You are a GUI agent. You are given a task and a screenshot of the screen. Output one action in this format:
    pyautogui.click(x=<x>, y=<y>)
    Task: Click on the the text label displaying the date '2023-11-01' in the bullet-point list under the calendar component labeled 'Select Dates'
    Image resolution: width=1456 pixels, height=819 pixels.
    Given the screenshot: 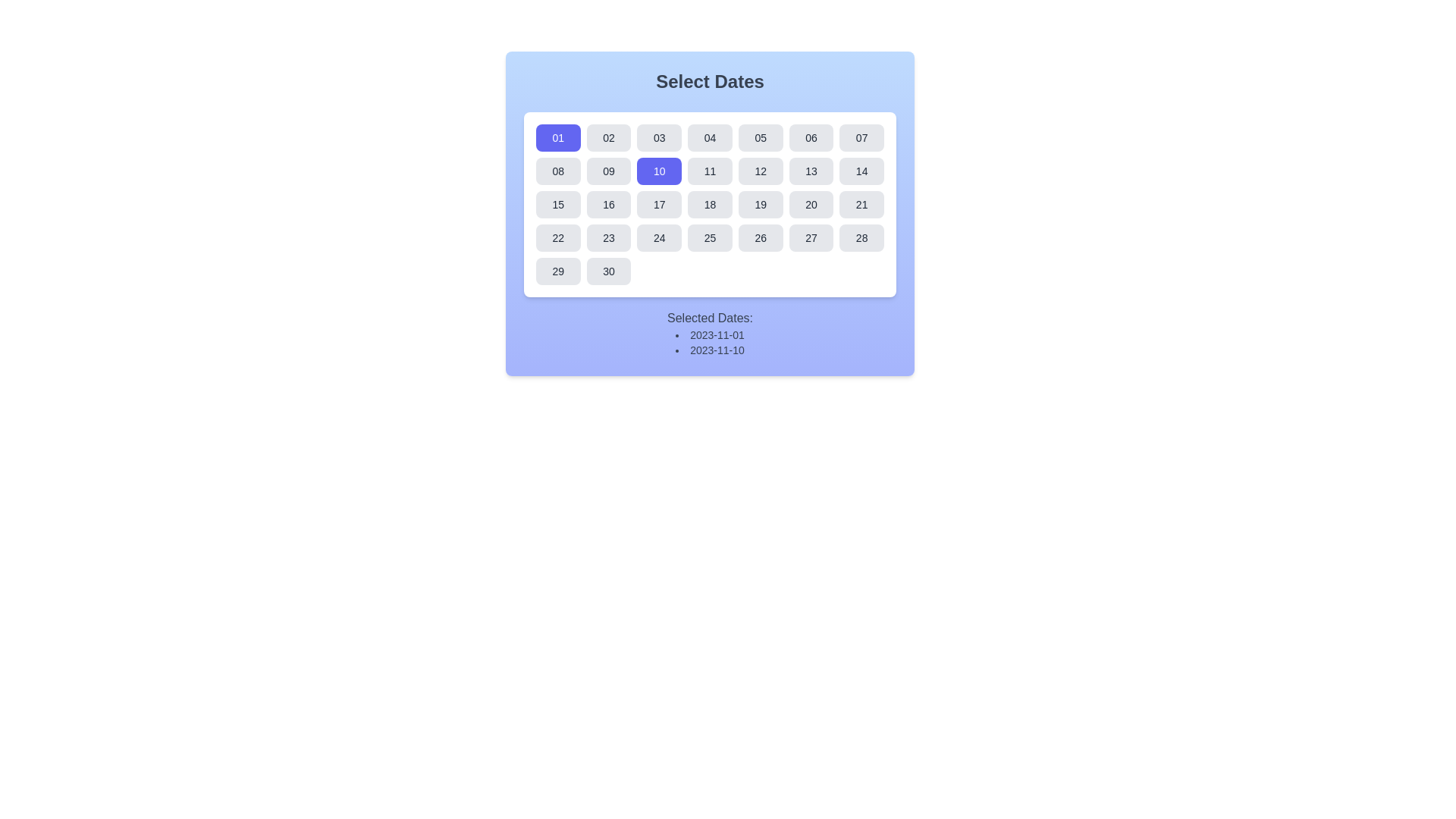 What is the action you would take?
    pyautogui.click(x=709, y=334)
    